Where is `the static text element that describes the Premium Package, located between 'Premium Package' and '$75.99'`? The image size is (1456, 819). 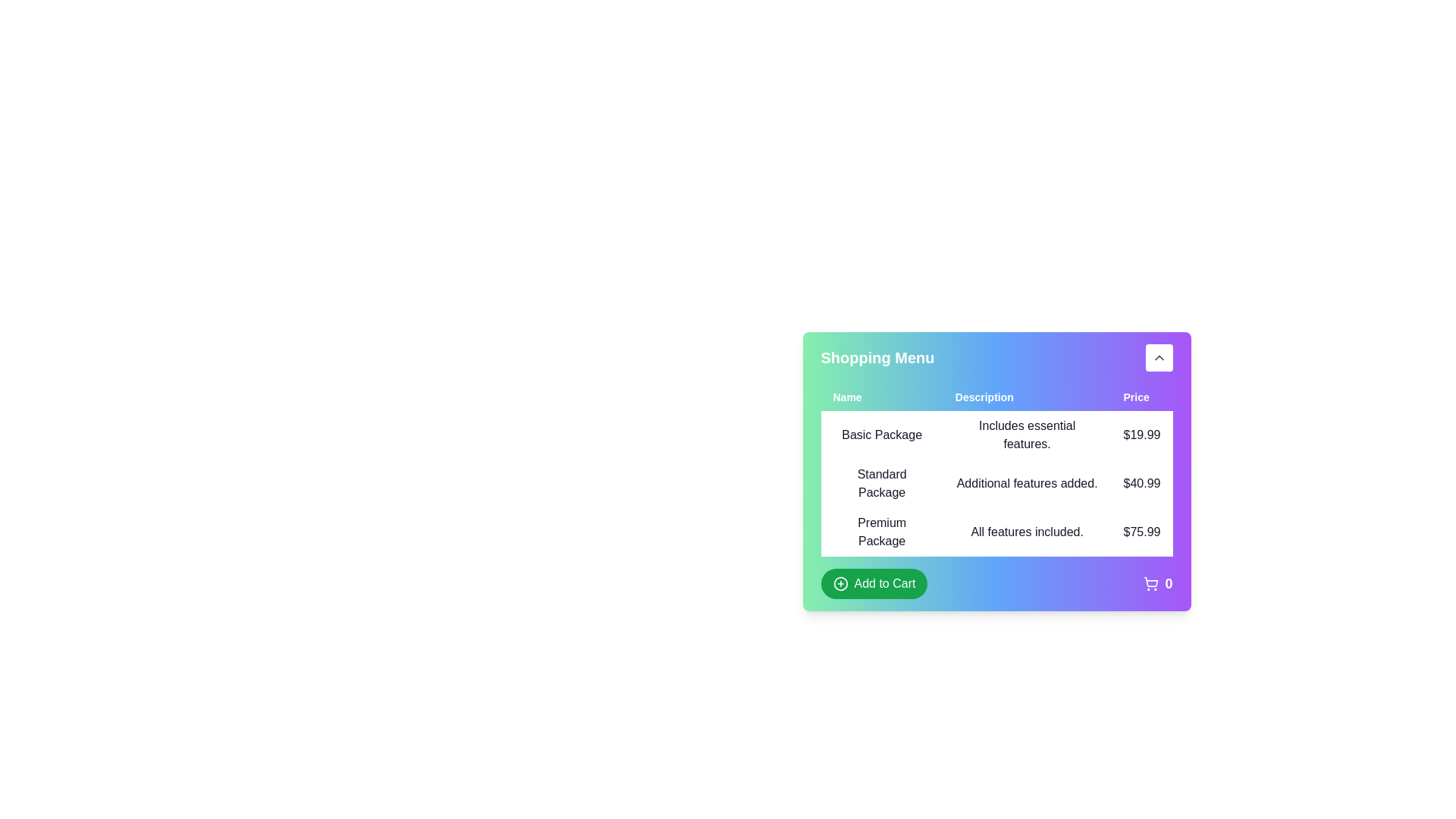
the static text element that describes the Premium Package, located between 'Premium Package' and '$75.99' is located at coordinates (1027, 532).